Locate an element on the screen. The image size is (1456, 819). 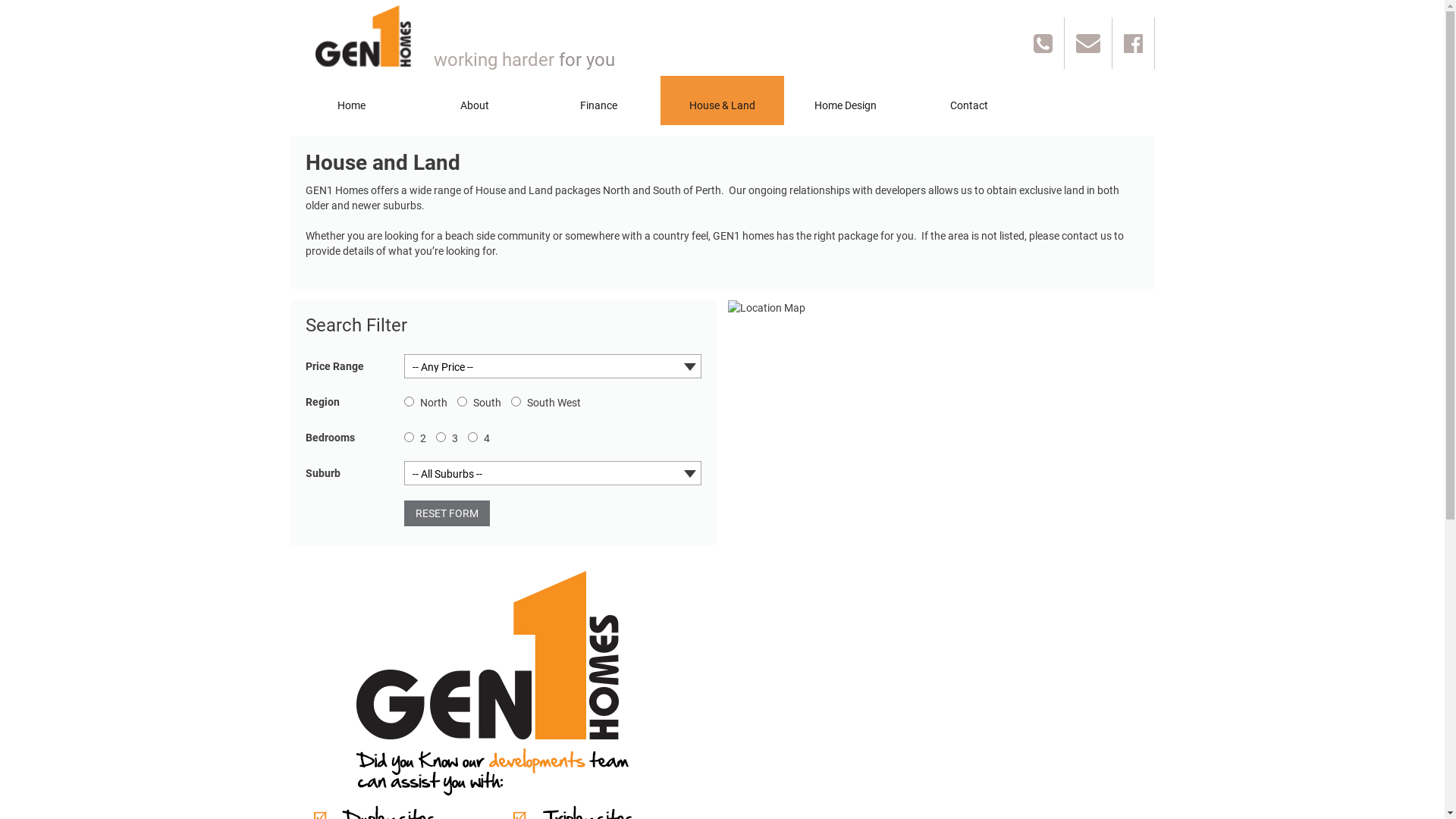
'RESET FORM' is located at coordinates (446, 513).